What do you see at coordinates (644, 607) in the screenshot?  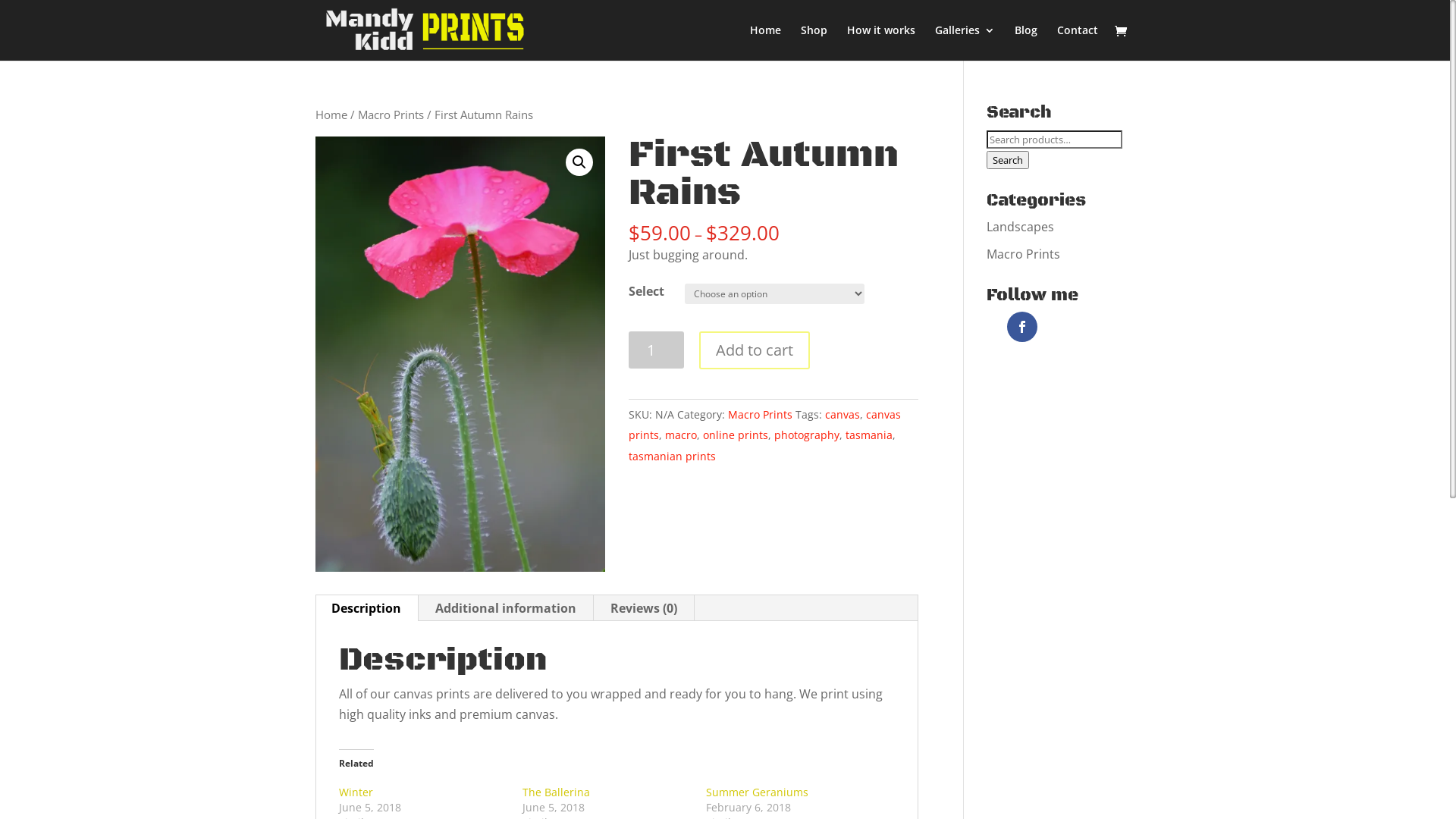 I see `'Reviews (0)'` at bounding box center [644, 607].